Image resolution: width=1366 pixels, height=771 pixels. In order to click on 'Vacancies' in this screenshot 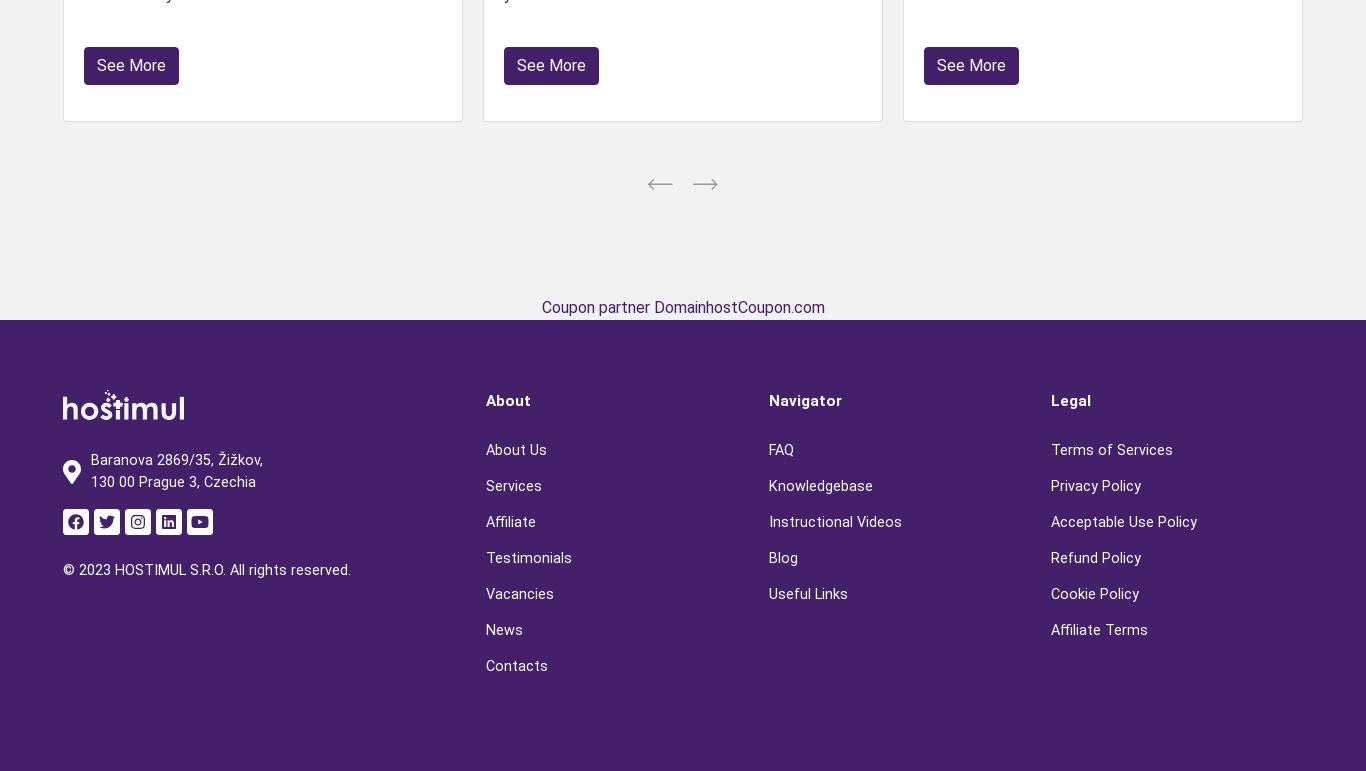, I will do `click(520, 592)`.